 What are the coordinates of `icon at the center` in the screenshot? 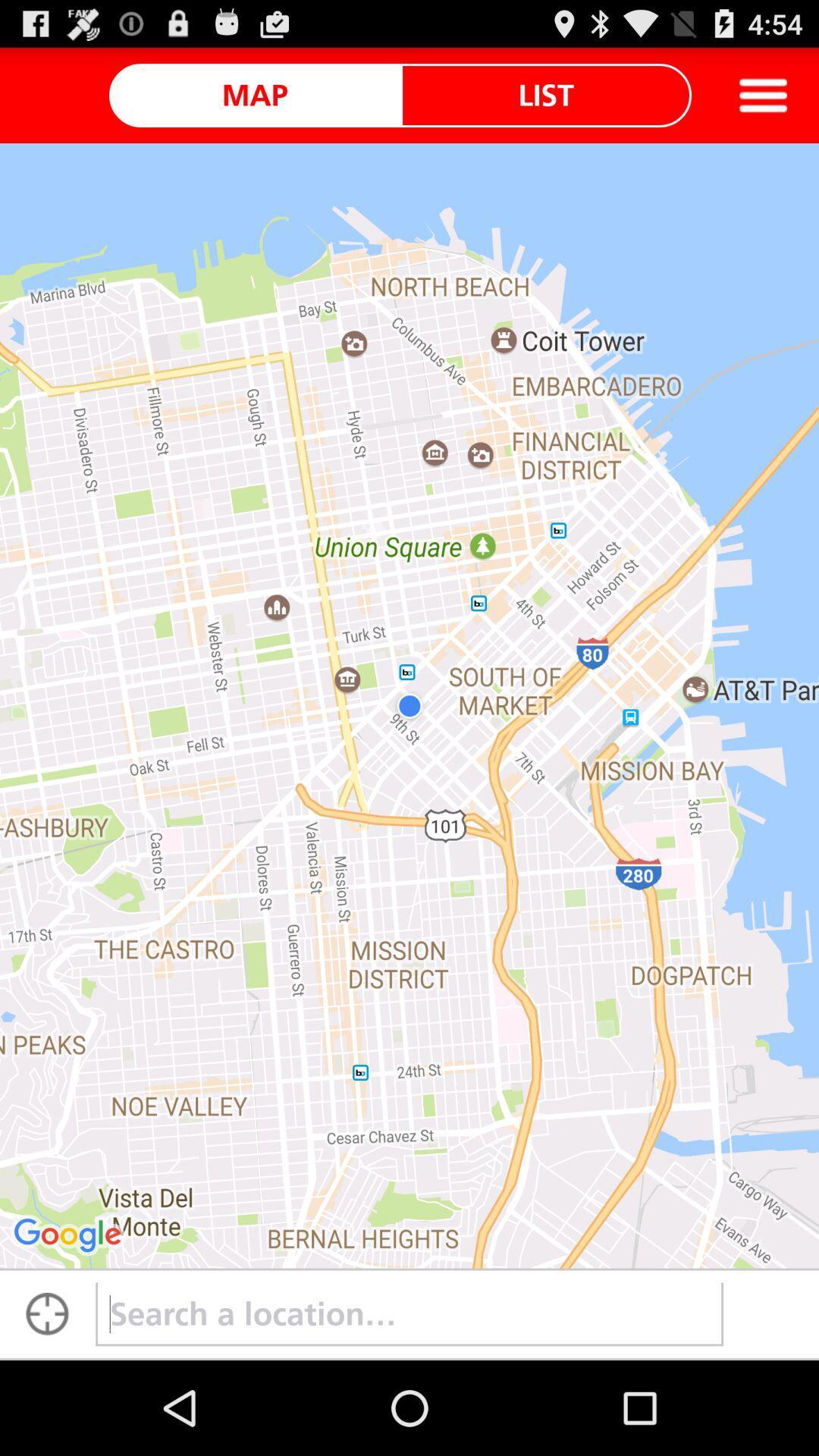 It's located at (409, 704).